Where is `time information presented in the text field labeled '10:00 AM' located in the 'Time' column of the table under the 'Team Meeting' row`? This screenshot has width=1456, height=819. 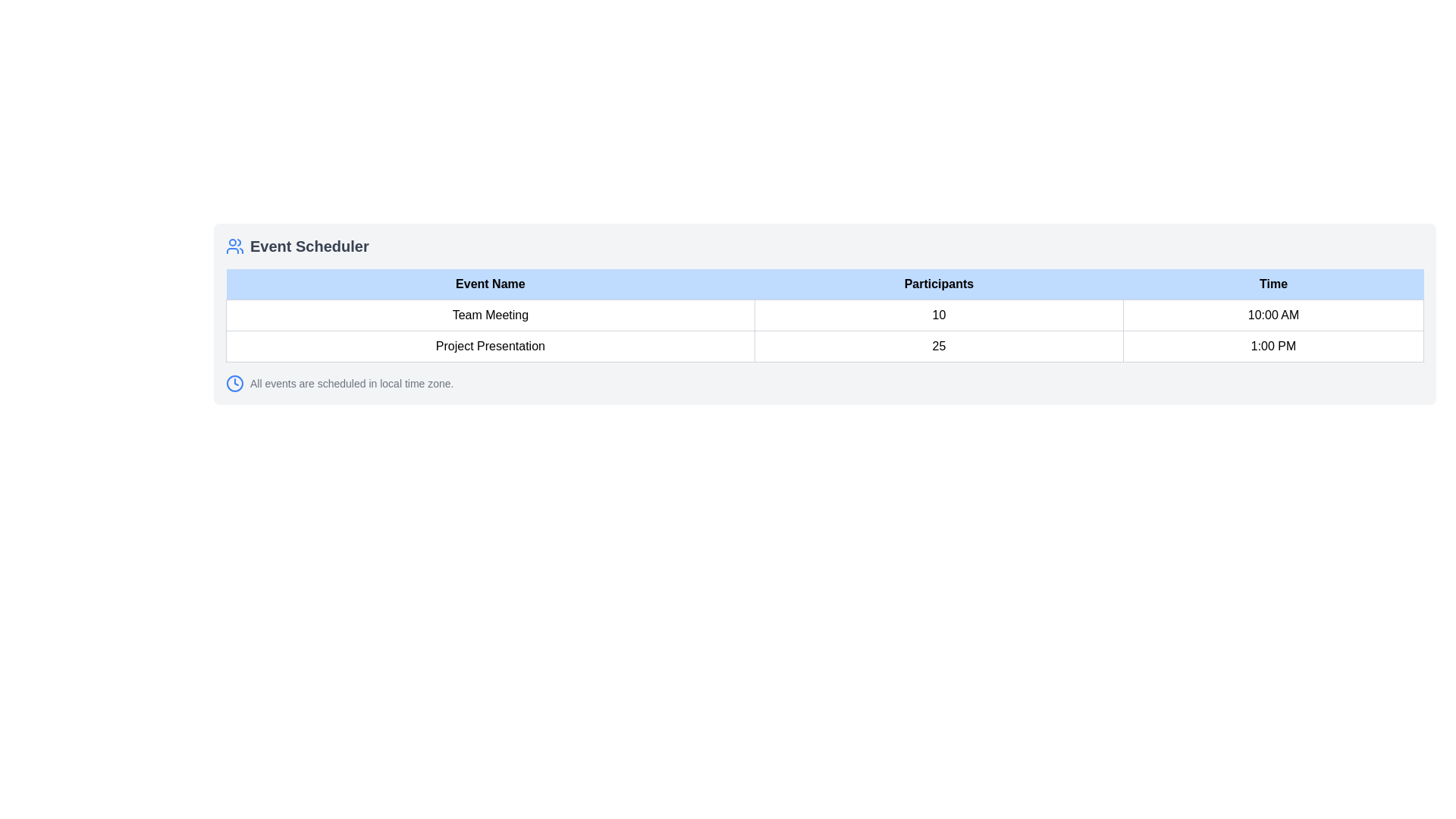
time information presented in the text field labeled '10:00 AM' located in the 'Time' column of the table under the 'Team Meeting' row is located at coordinates (1273, 315).